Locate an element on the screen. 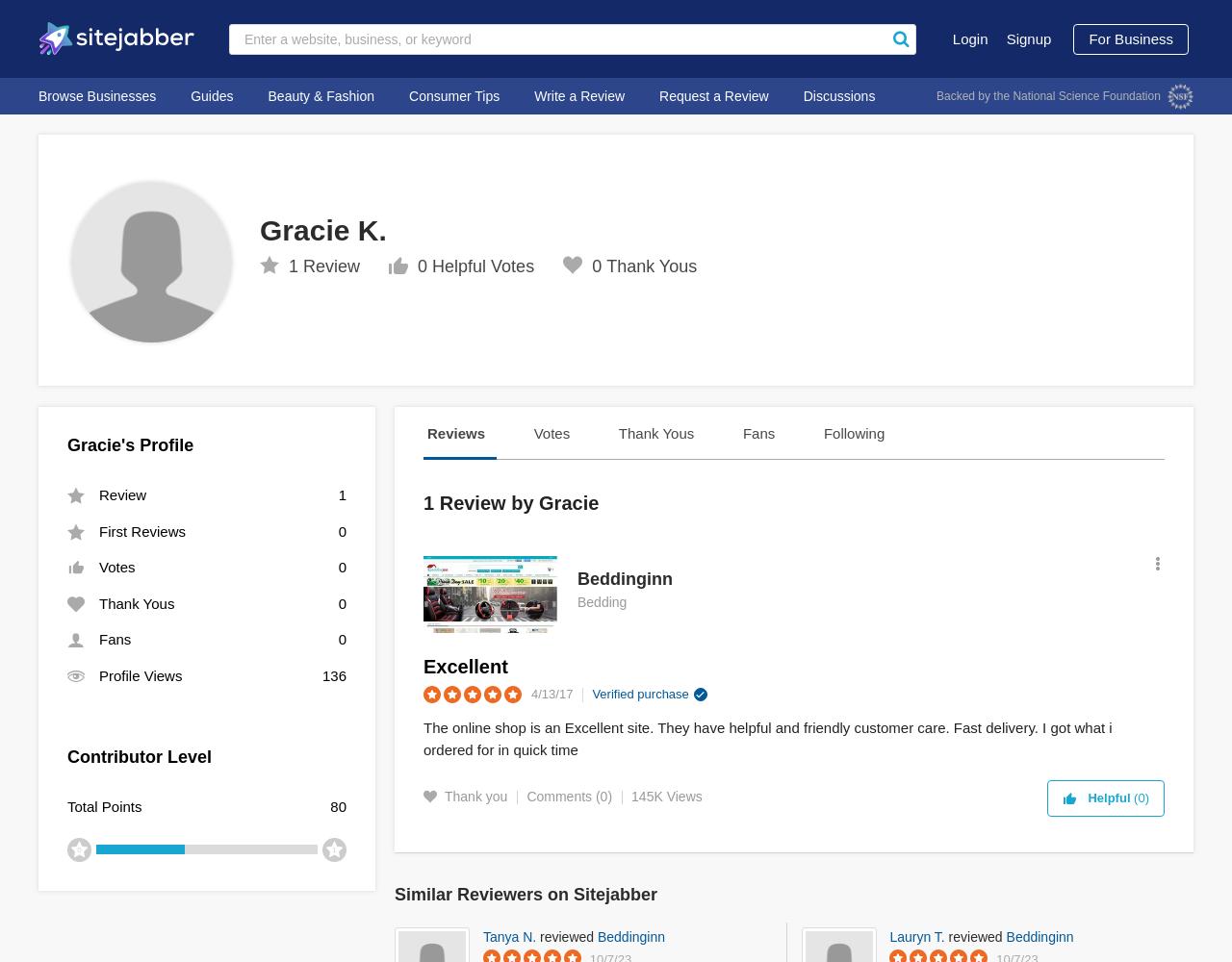  'Profile Views' is located at coordinates (140, 673).